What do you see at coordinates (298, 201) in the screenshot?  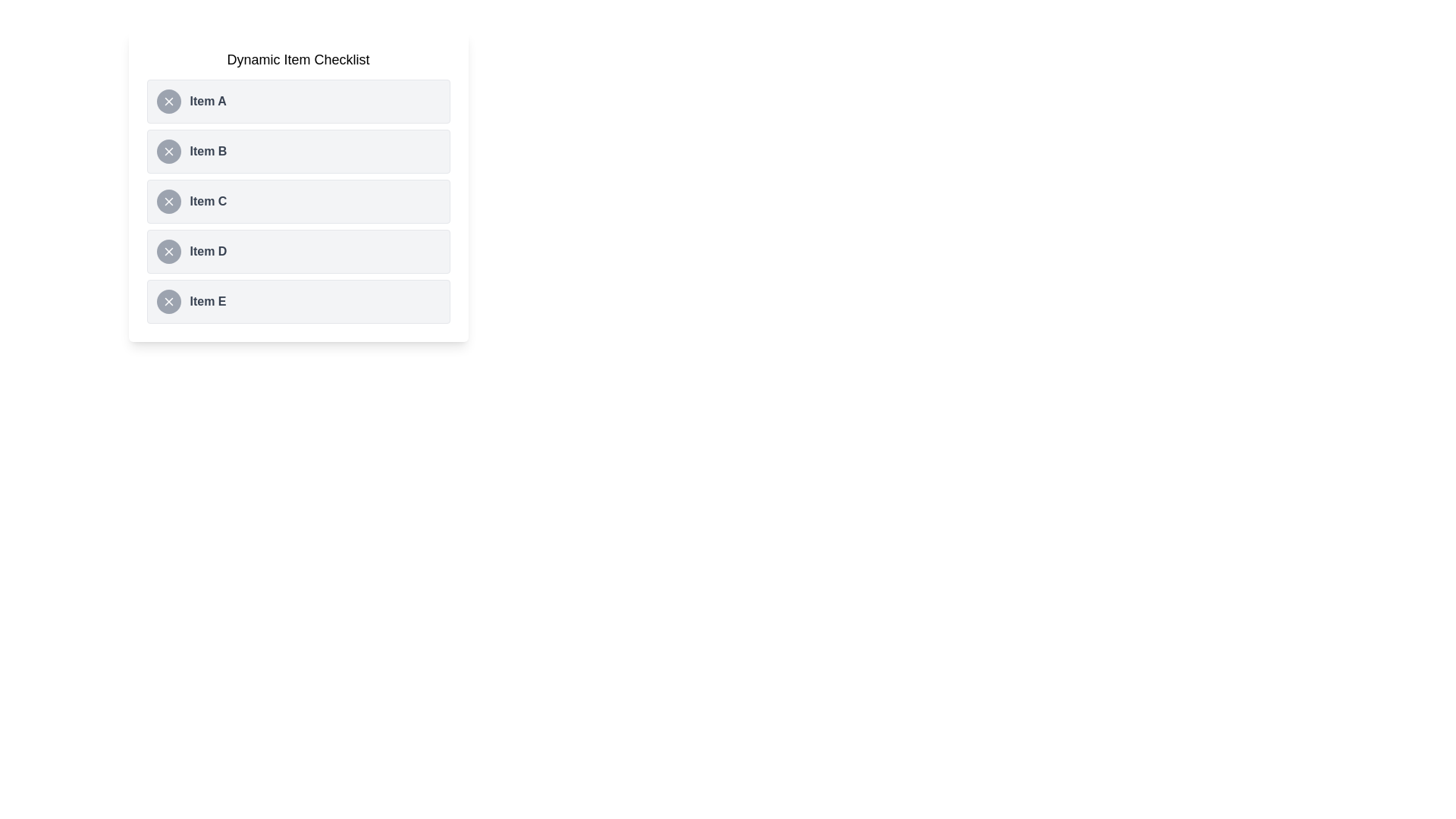 I see `the list item Item C` at bounding box center [298, 201].